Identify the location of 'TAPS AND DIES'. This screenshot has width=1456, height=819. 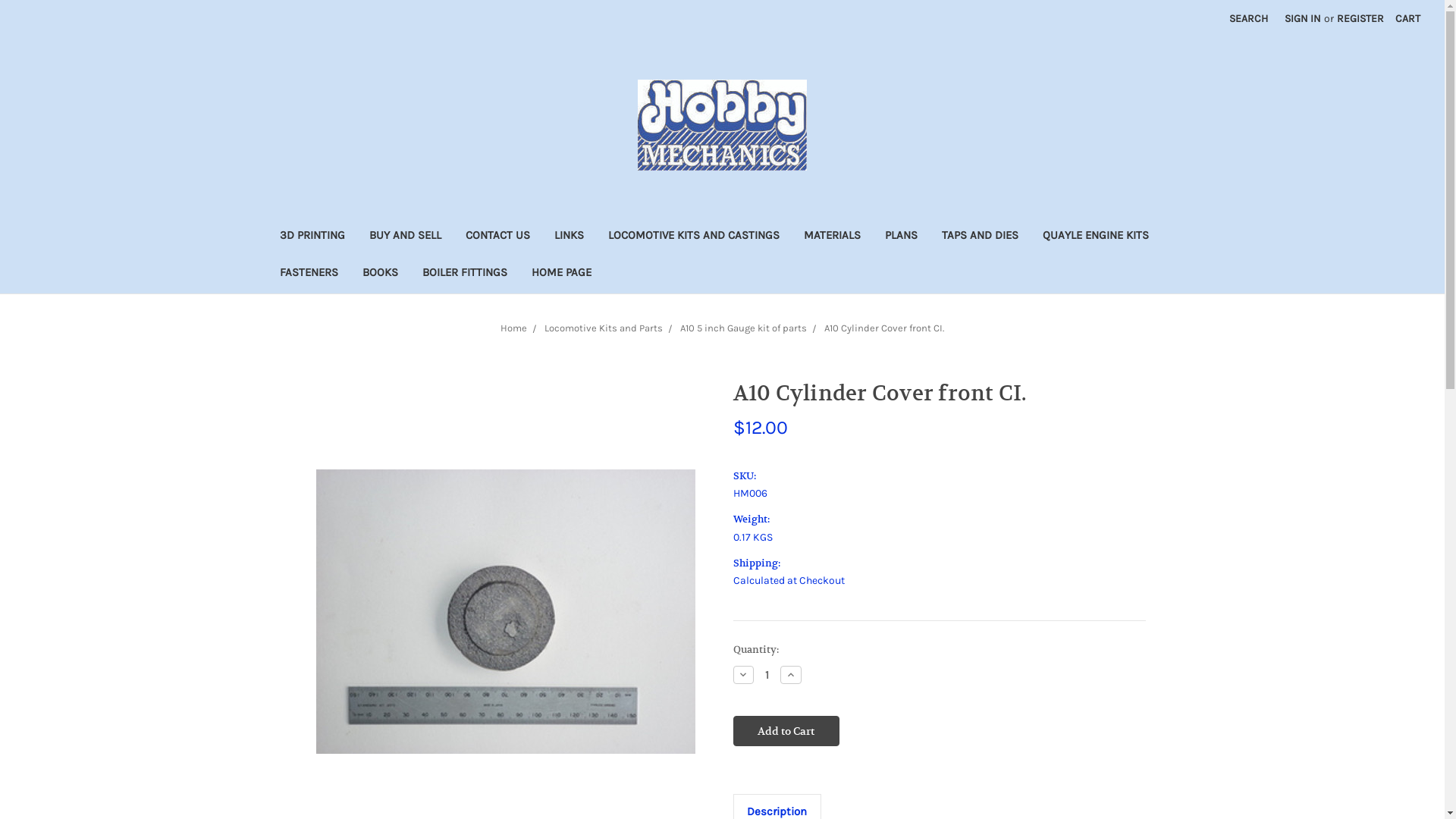
(980, 237).